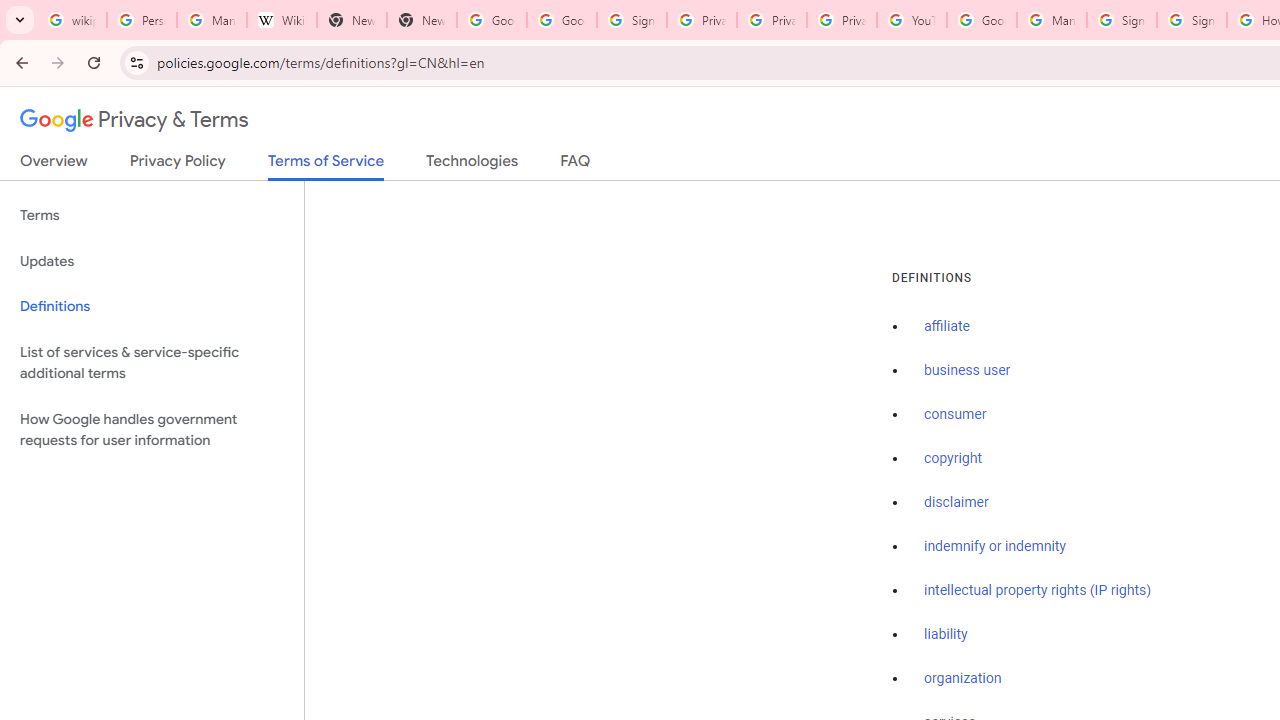 This screenshot has height=720, width=1280. Describe the element at coordinates (352, 20) in the screenshot. I see `'New Tab'` at that location.